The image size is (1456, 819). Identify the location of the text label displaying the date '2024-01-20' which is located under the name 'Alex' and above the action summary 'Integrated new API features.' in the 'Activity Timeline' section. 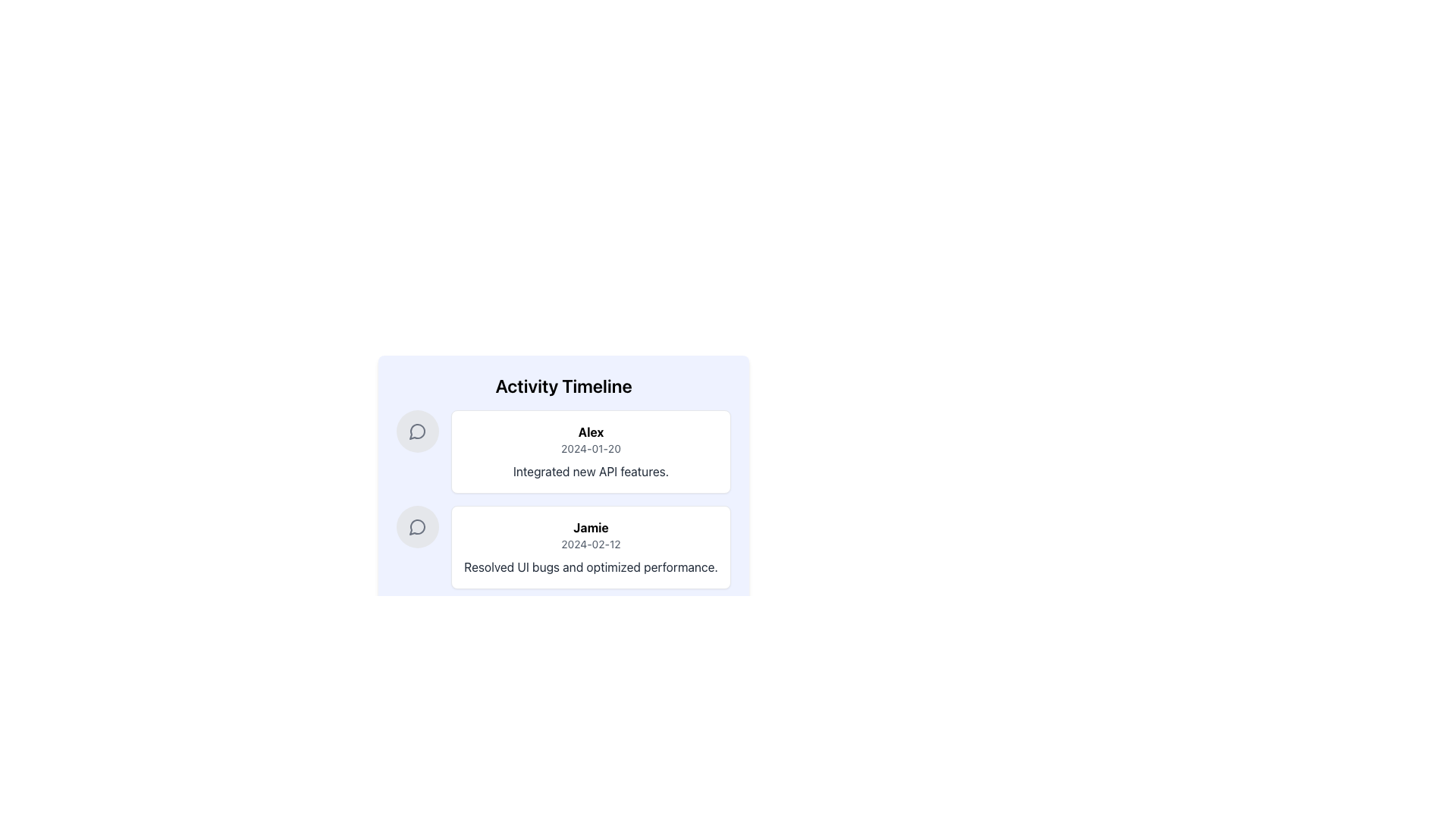
(590, 447).